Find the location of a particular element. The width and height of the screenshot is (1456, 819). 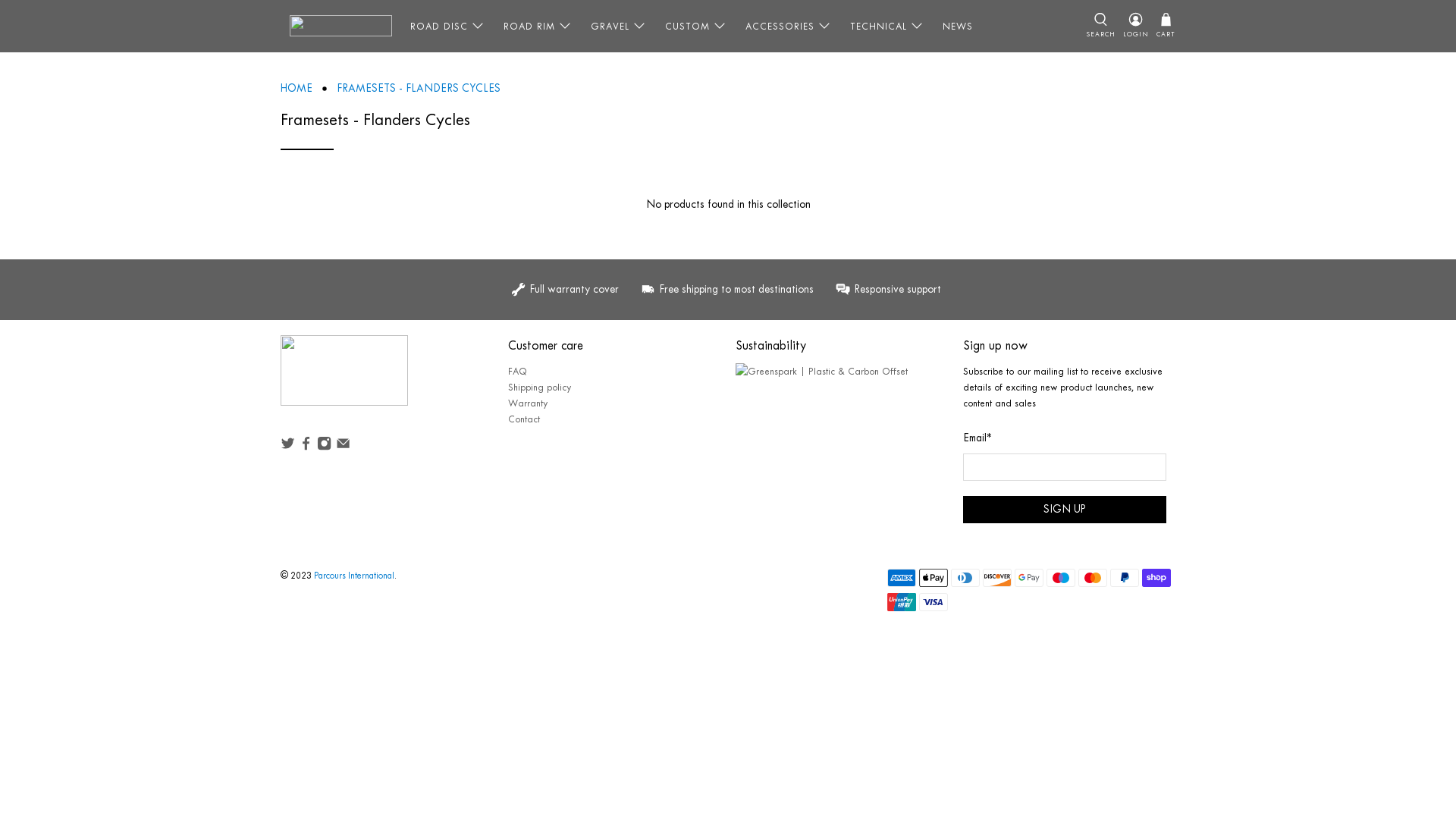

'Parcours International' is located at coordinates (353, 576).